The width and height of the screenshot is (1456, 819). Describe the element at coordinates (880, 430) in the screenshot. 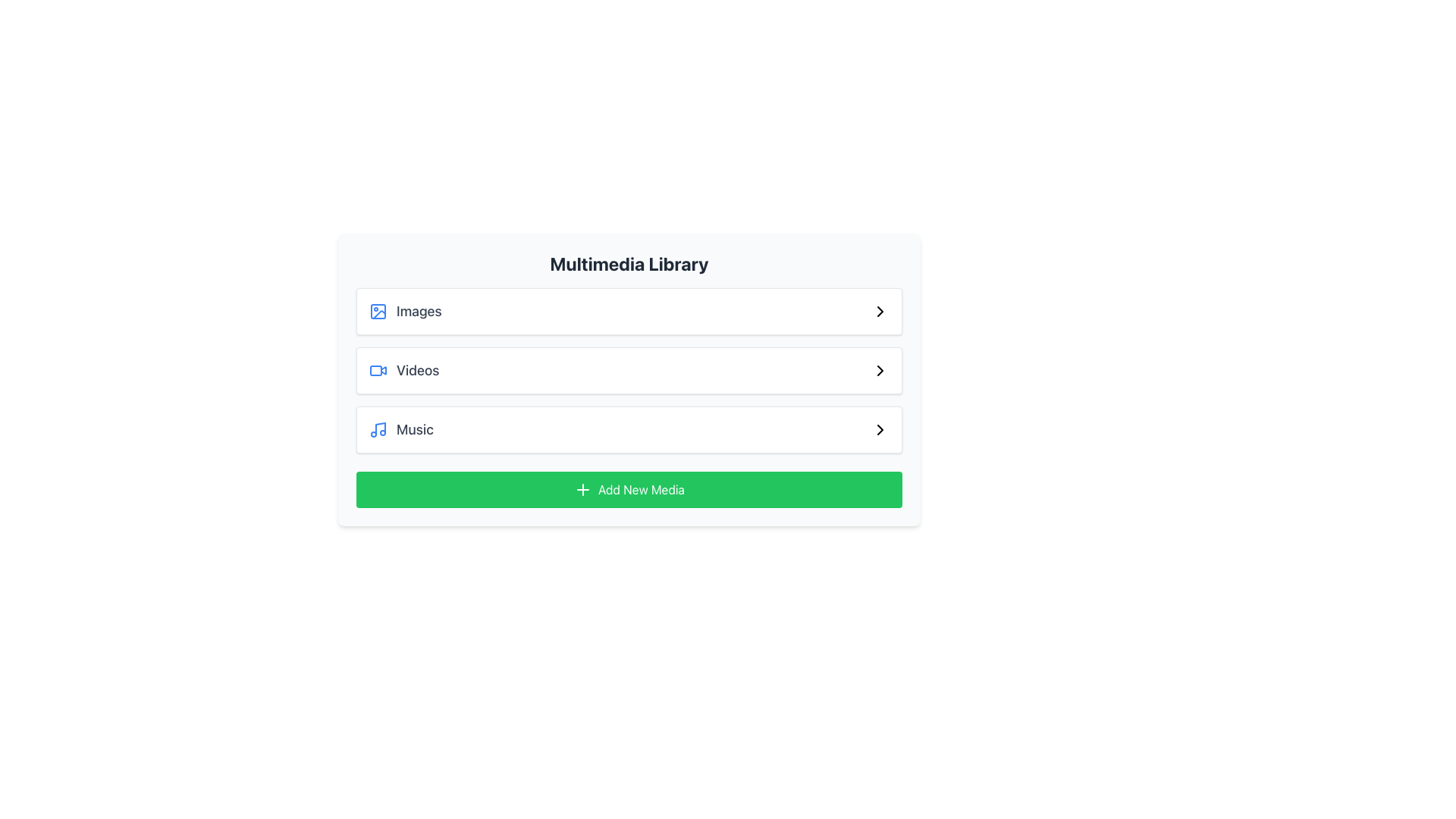

I see `the Chevron icon located on the right side of the 'Music' entry in the 'Multimedia Library' card to interact with it` at that location.